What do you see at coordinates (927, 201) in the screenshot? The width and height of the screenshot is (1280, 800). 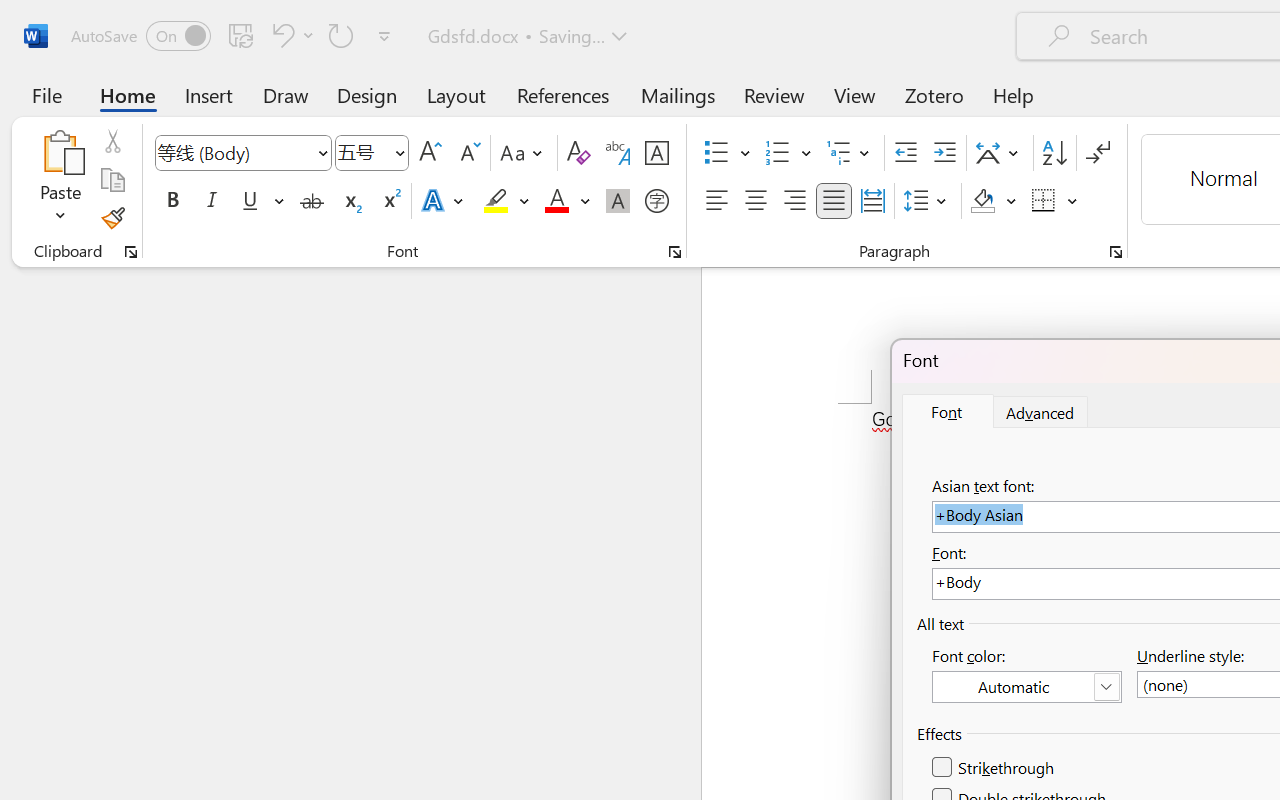 I see `'Line and Paragraph Spacing'` at bounding box center [927, 201].